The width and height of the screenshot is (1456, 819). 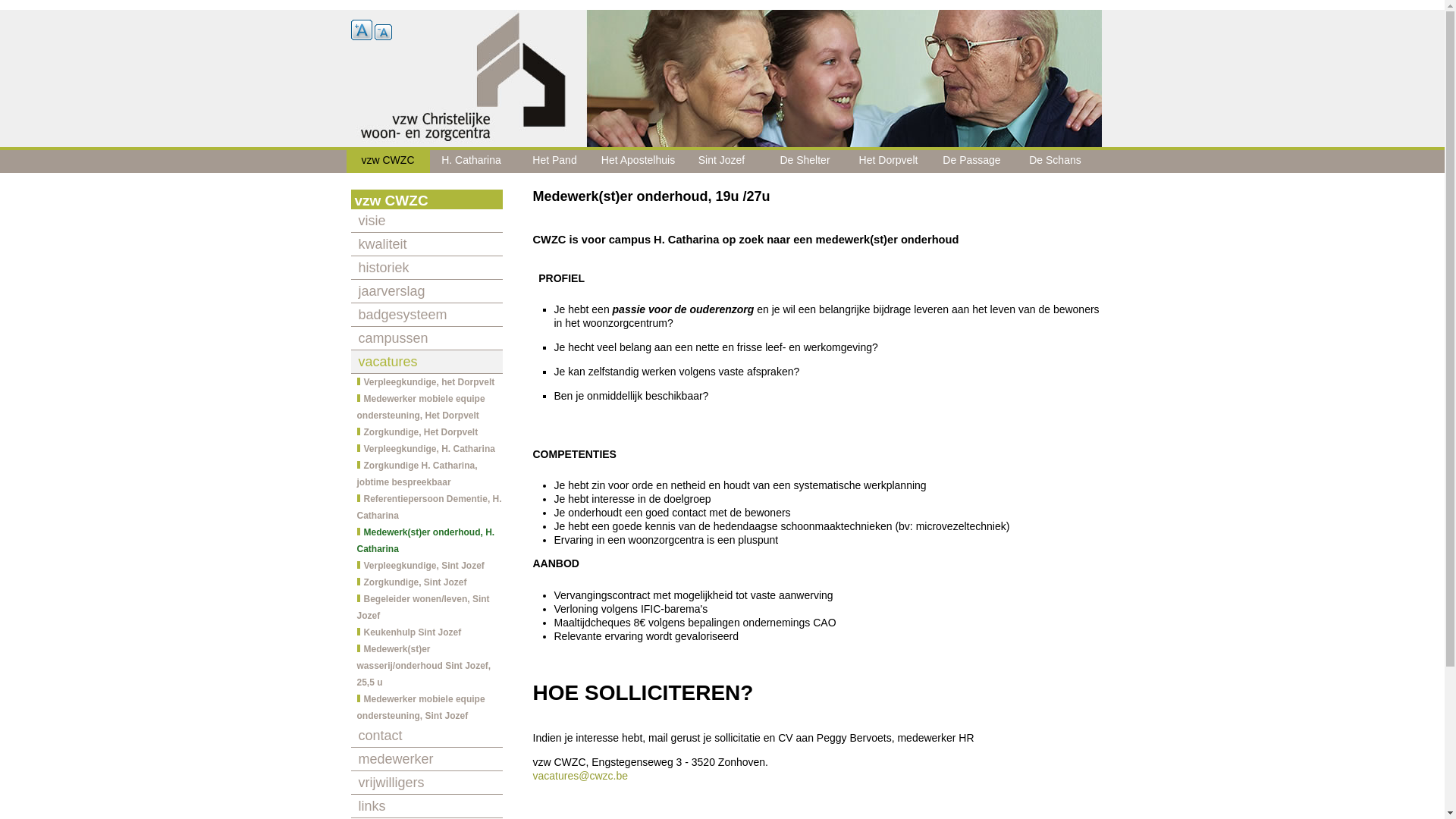 I want to click on 'vrijwilligers', so click(x=349, y=783).